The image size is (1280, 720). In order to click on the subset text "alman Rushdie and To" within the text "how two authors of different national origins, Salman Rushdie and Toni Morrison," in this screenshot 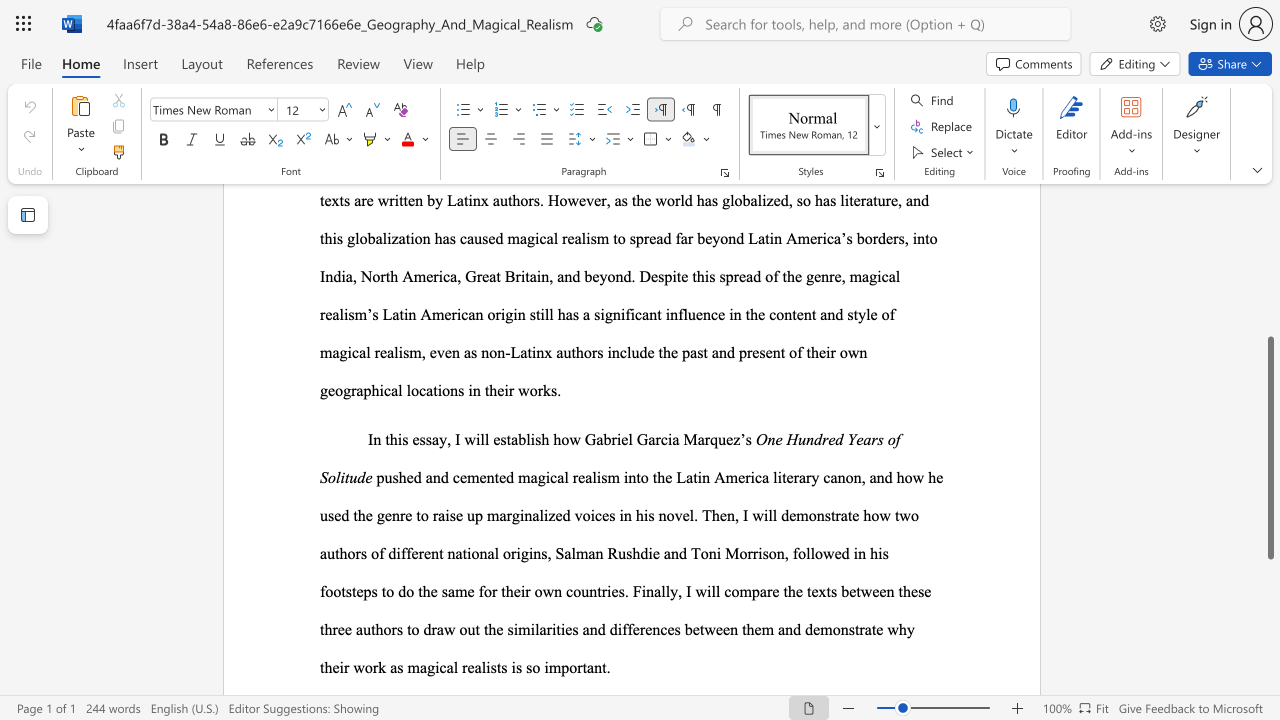, I will do `click(563, 553)`.